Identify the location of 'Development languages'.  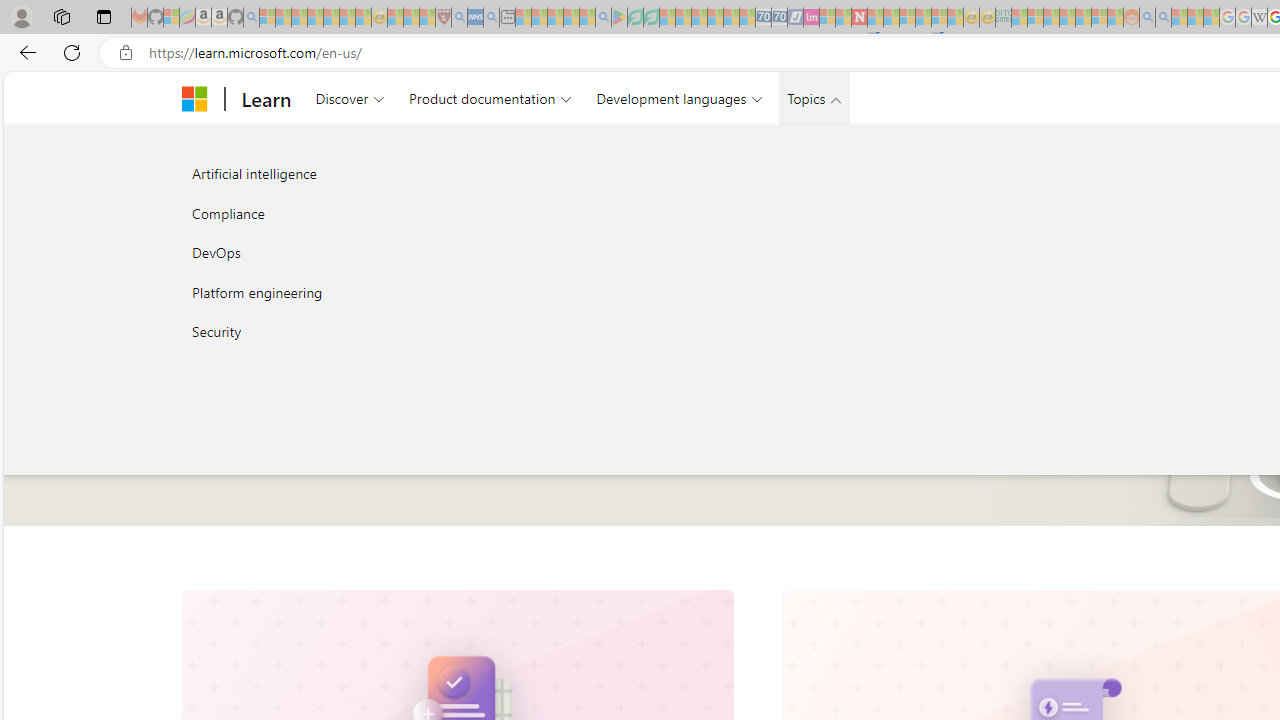
(679, 98).